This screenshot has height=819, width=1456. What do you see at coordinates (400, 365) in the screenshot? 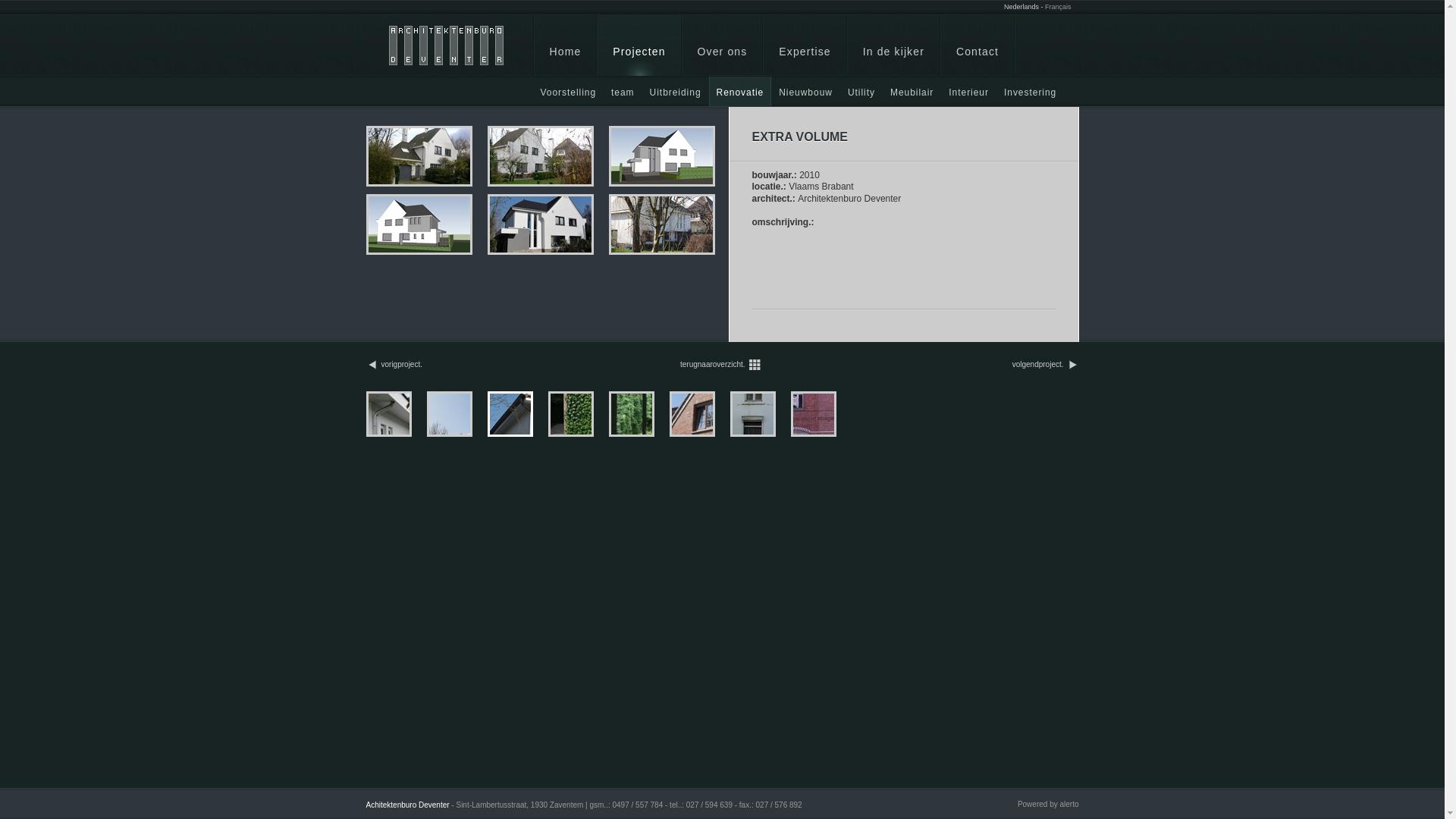
I see `'vorigproject.'` at bounding box center [400, 365].